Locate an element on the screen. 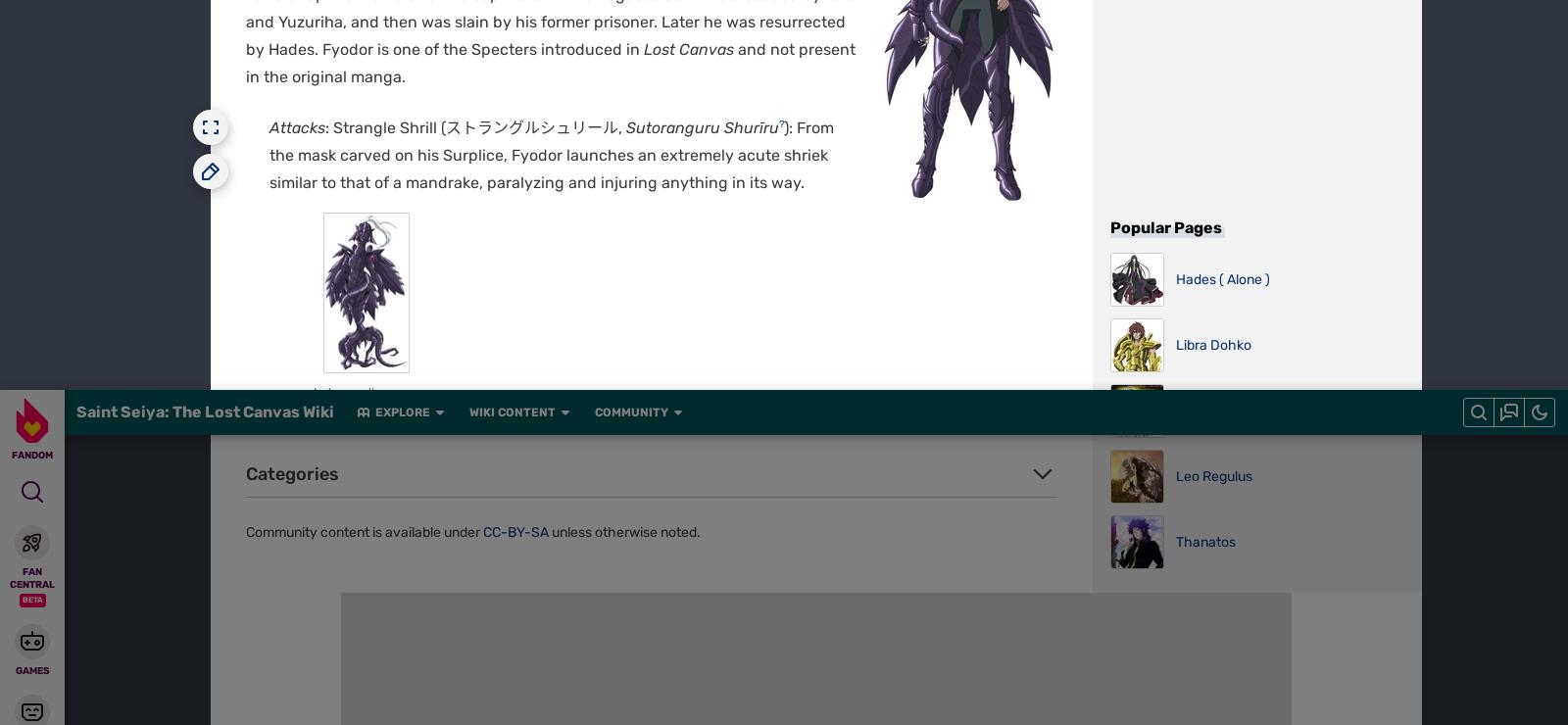 This screenshot has width=1568, height=725. 'Fandom' is located at coordinates (360, 8).